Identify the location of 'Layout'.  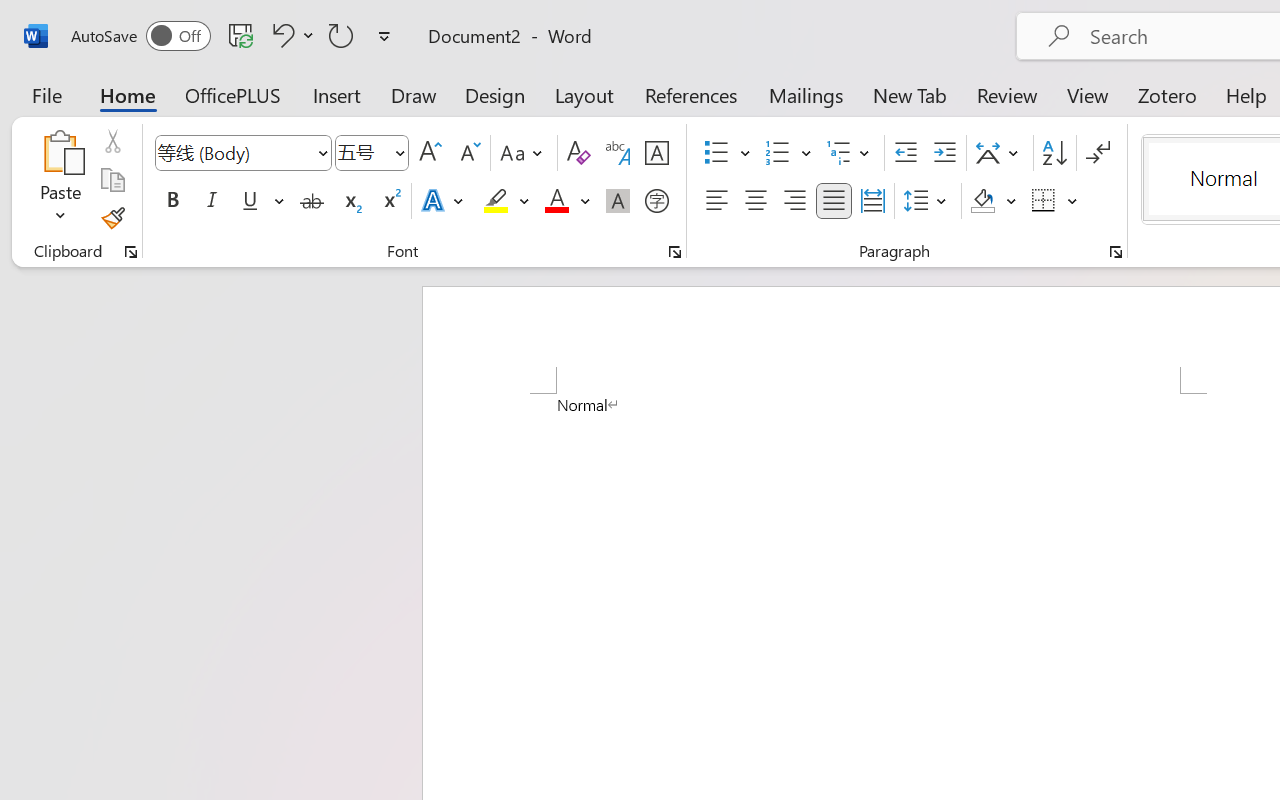
(583, 94).